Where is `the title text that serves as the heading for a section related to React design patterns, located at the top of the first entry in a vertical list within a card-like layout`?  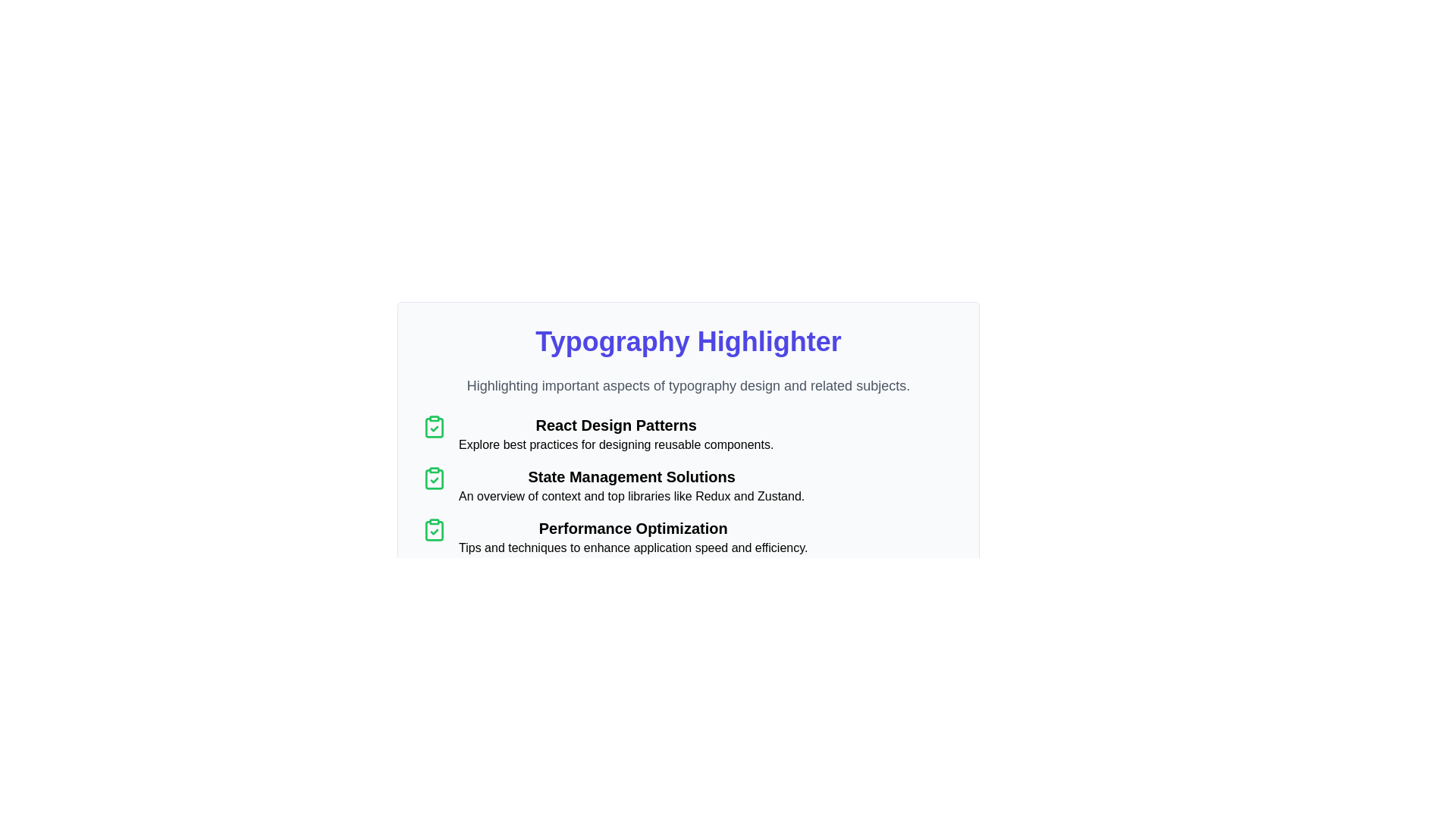 the title text that serves as the heading for a section related to React design patterns, located at the top of the first entry in a vertical list within a card-like layout is located at coordinates (616, 425).